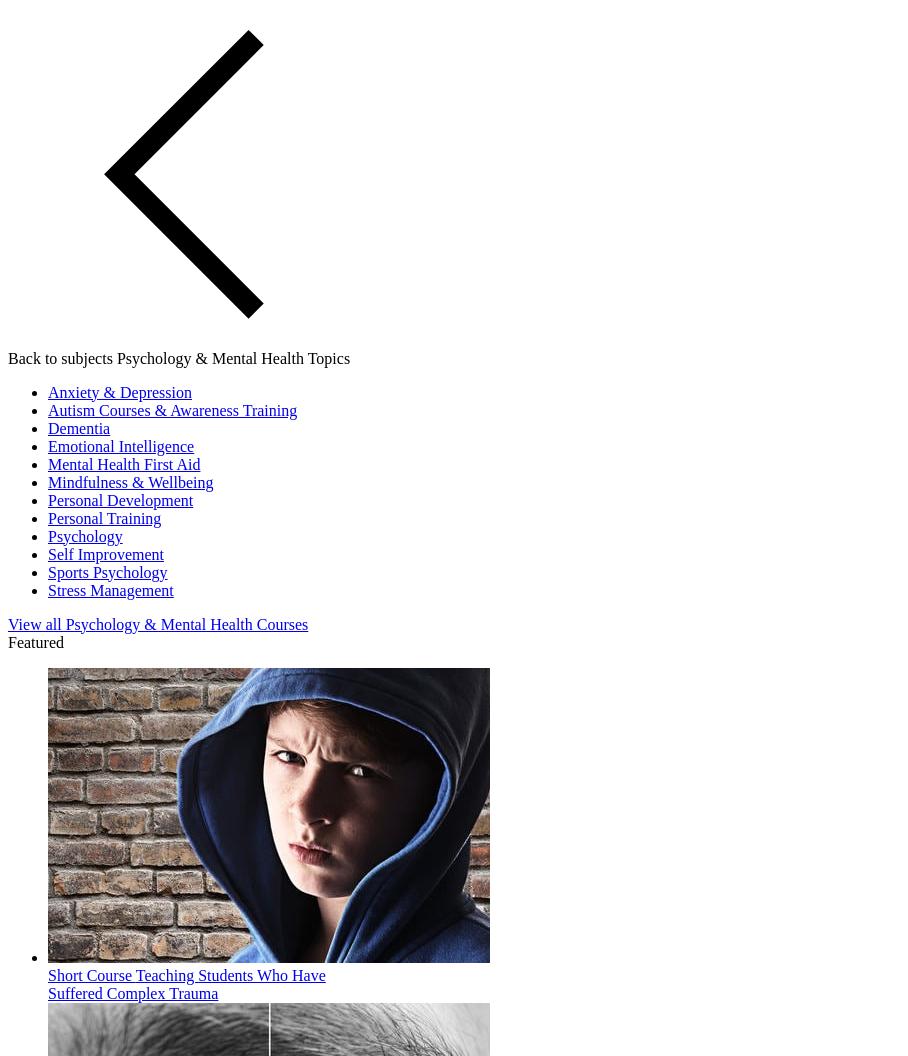 Image resolution: width=908 pixels, height=1056 pixels. I want to click on 'Anxiety & Depression', so click(119, 390).